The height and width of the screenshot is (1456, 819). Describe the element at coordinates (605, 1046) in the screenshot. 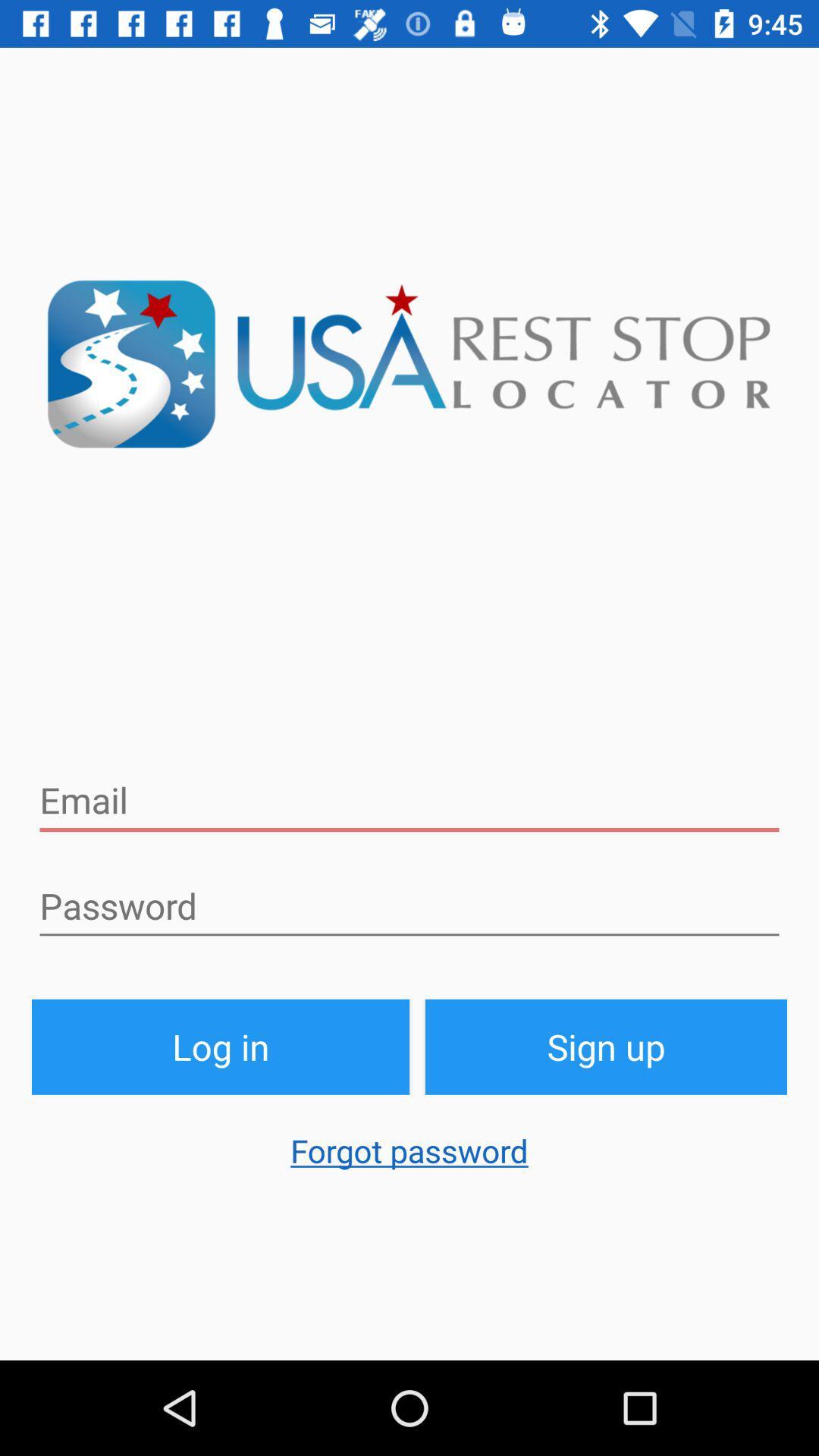

I see `item above forgot password` at that location.